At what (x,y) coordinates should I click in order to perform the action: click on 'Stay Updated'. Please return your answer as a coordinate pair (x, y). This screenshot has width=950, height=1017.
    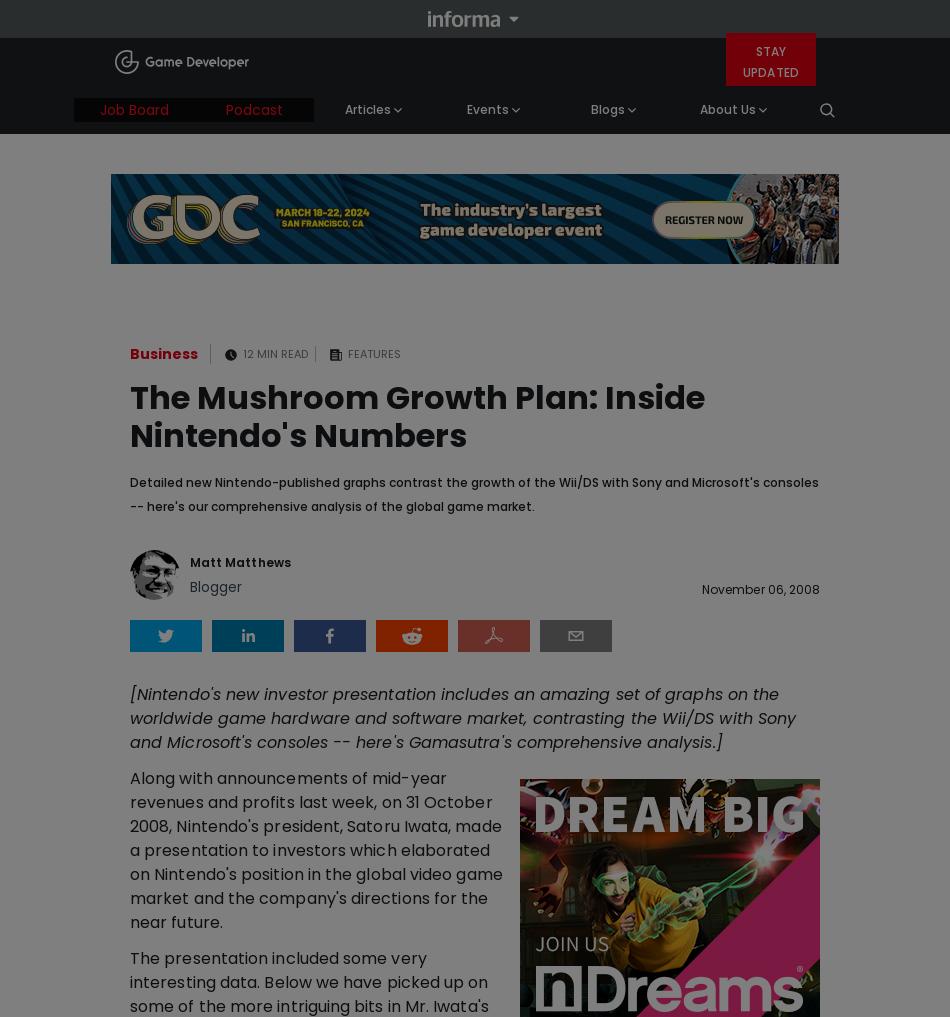
    Looking at the image, I should click on (769, 62).